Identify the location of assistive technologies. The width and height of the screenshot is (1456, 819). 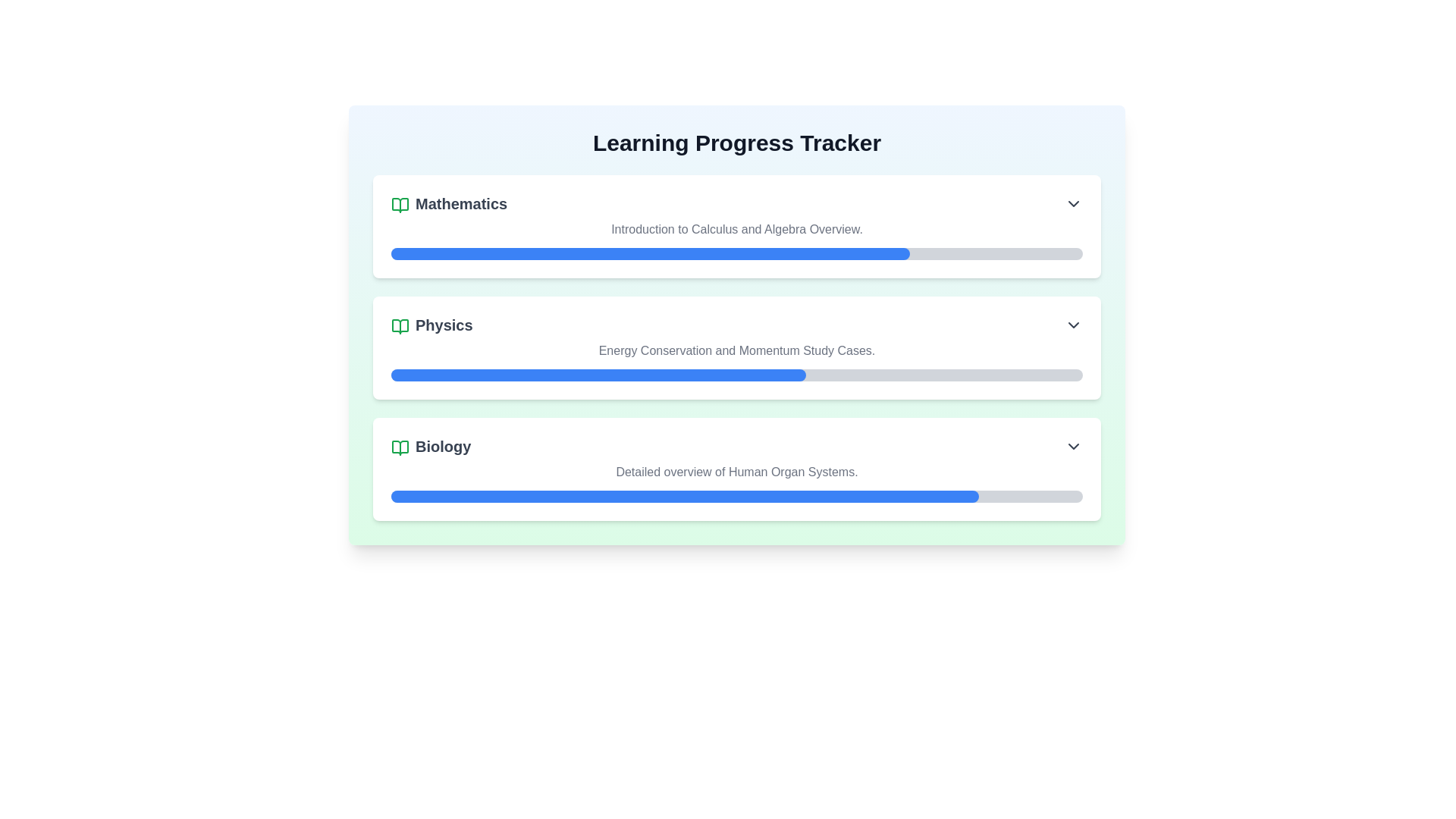
(736, 375).